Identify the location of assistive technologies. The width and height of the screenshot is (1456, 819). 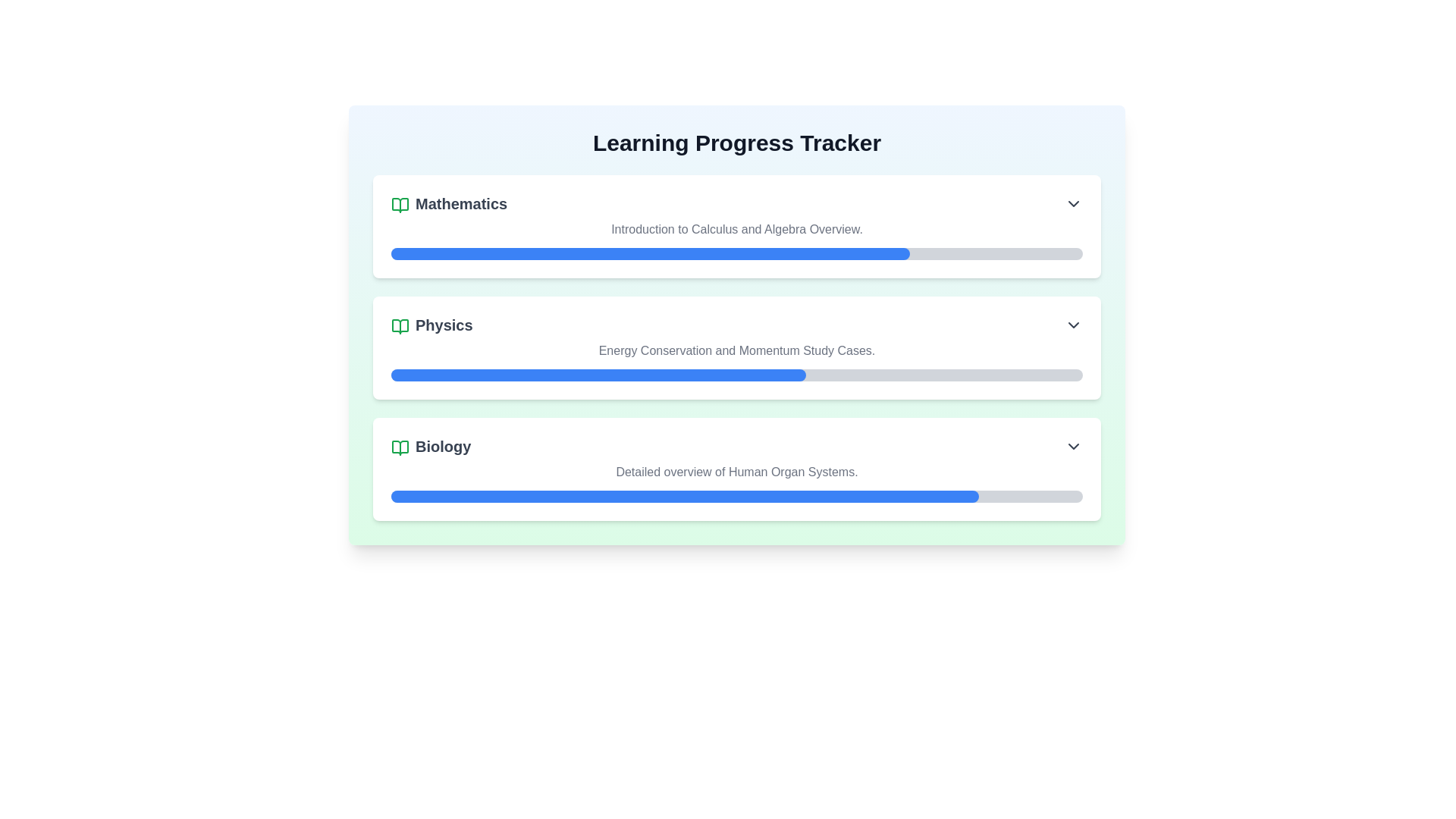
(736, 375).